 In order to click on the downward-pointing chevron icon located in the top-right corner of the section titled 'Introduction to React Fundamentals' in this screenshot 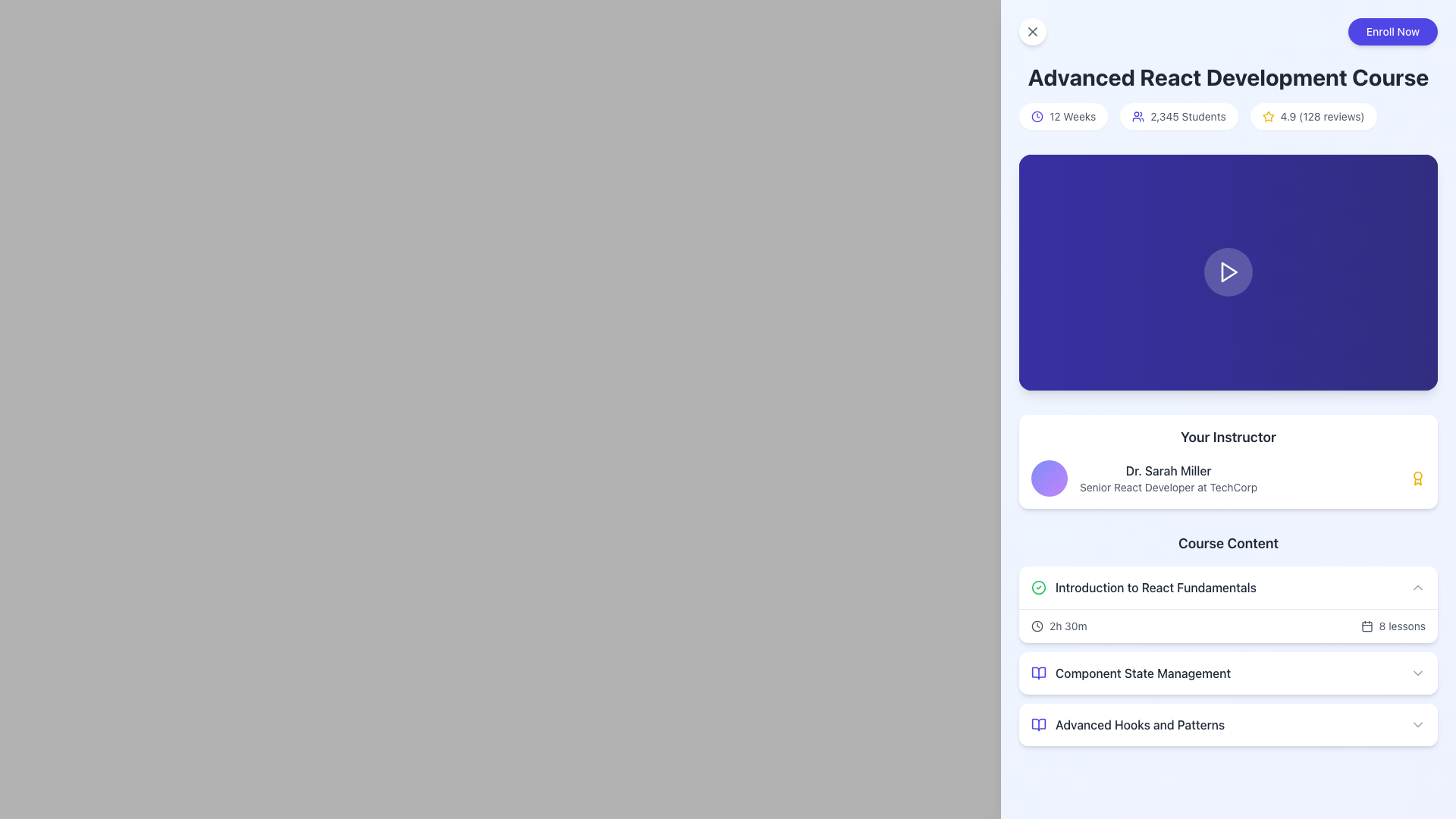, I will do `click(1417, 586)`.